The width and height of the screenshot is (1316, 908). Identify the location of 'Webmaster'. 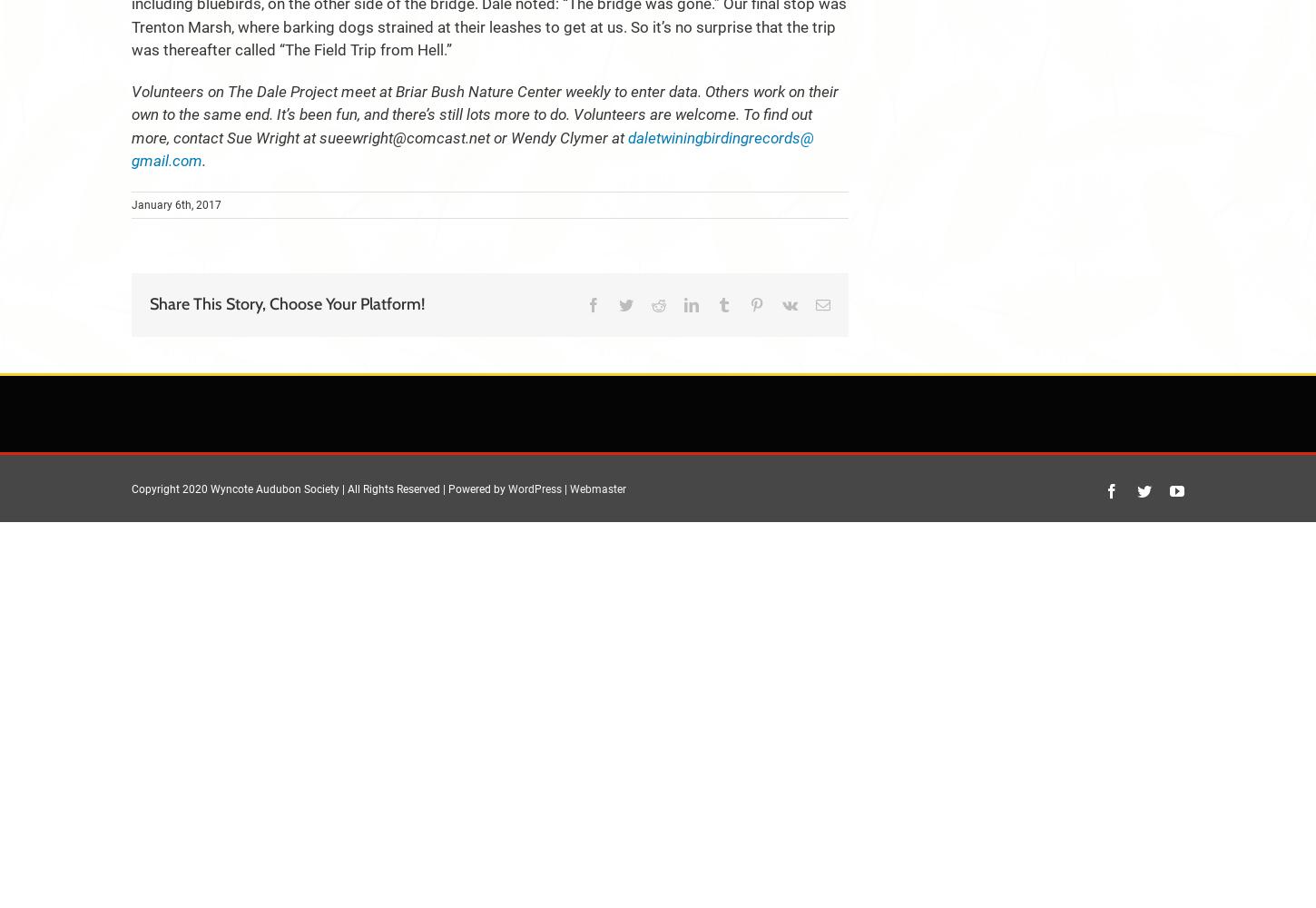
(597, 489).